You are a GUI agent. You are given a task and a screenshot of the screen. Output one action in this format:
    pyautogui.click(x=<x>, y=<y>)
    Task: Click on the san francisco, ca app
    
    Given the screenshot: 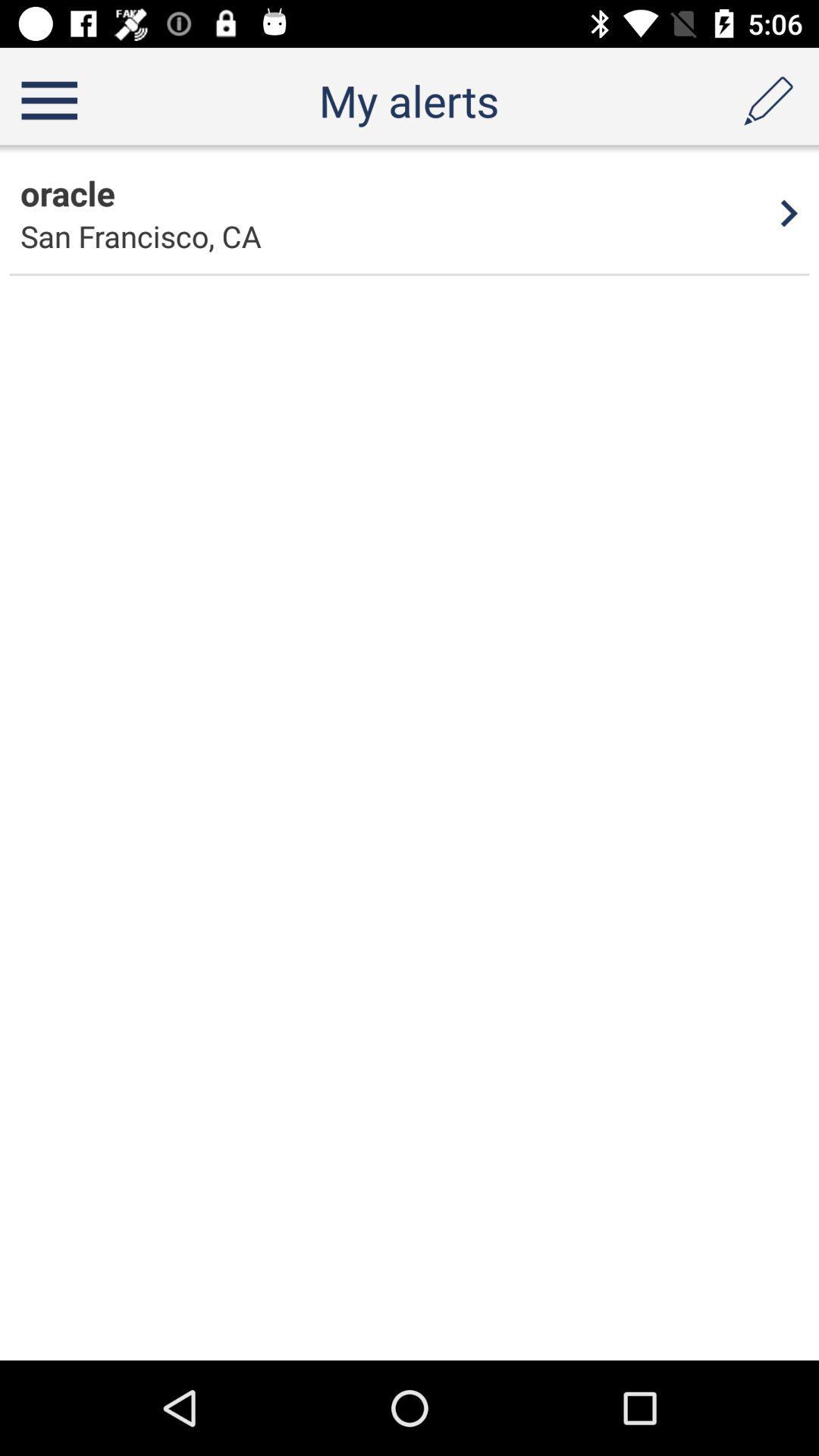 What is the action you would take?
    pyautogui.click(x=140, y=235)
    